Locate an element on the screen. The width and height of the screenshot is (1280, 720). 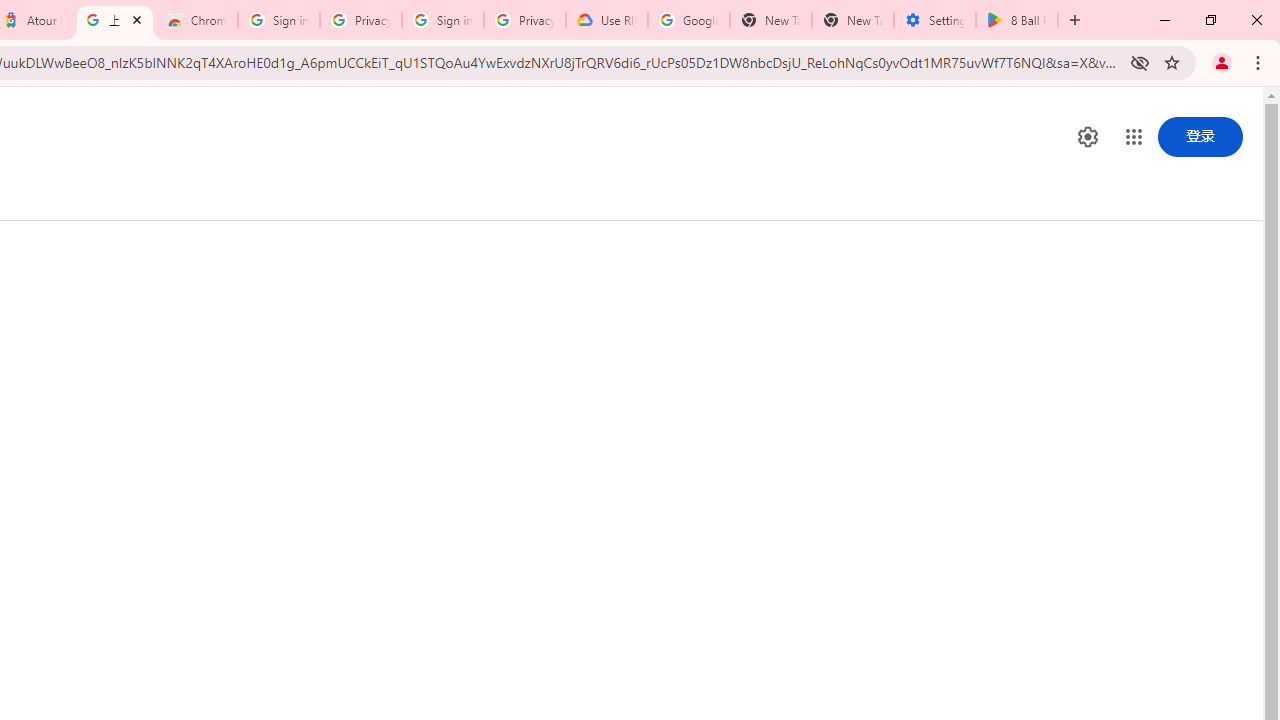
'New Tab' is located at coordinates (852, 20).